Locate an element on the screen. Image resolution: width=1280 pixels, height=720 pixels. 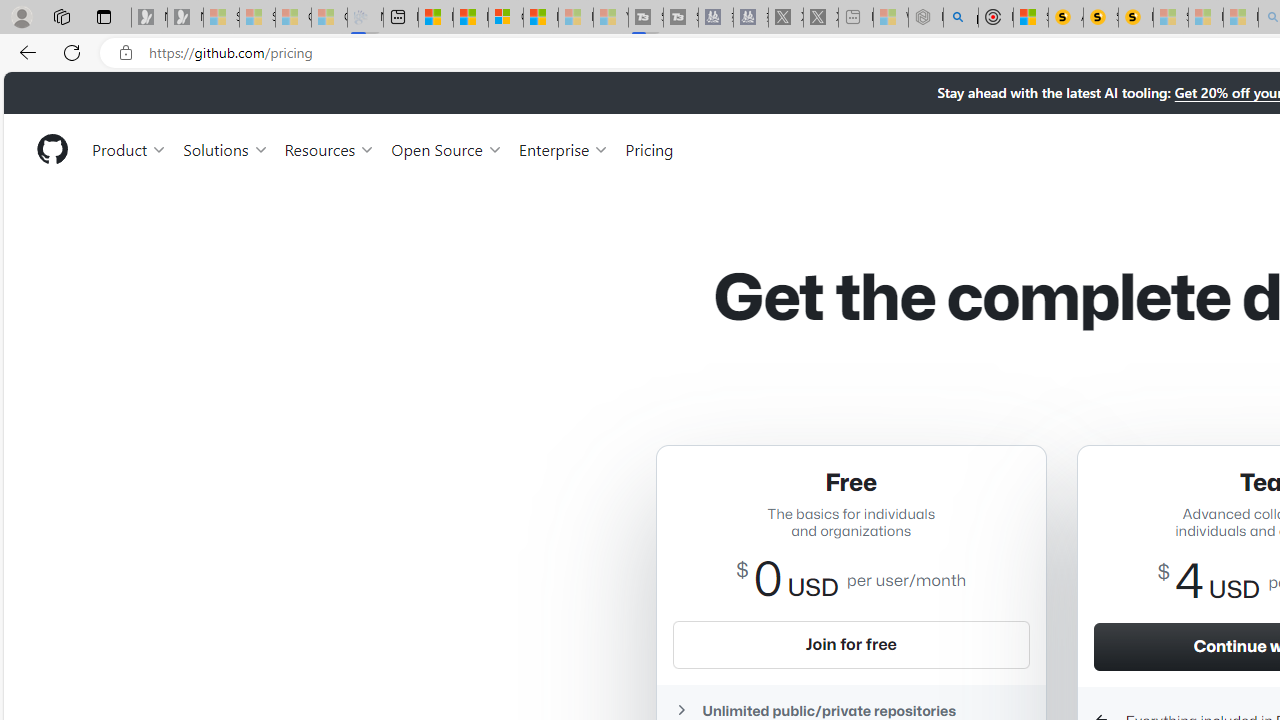
'Homepage' is located at coordinates (51, 148).